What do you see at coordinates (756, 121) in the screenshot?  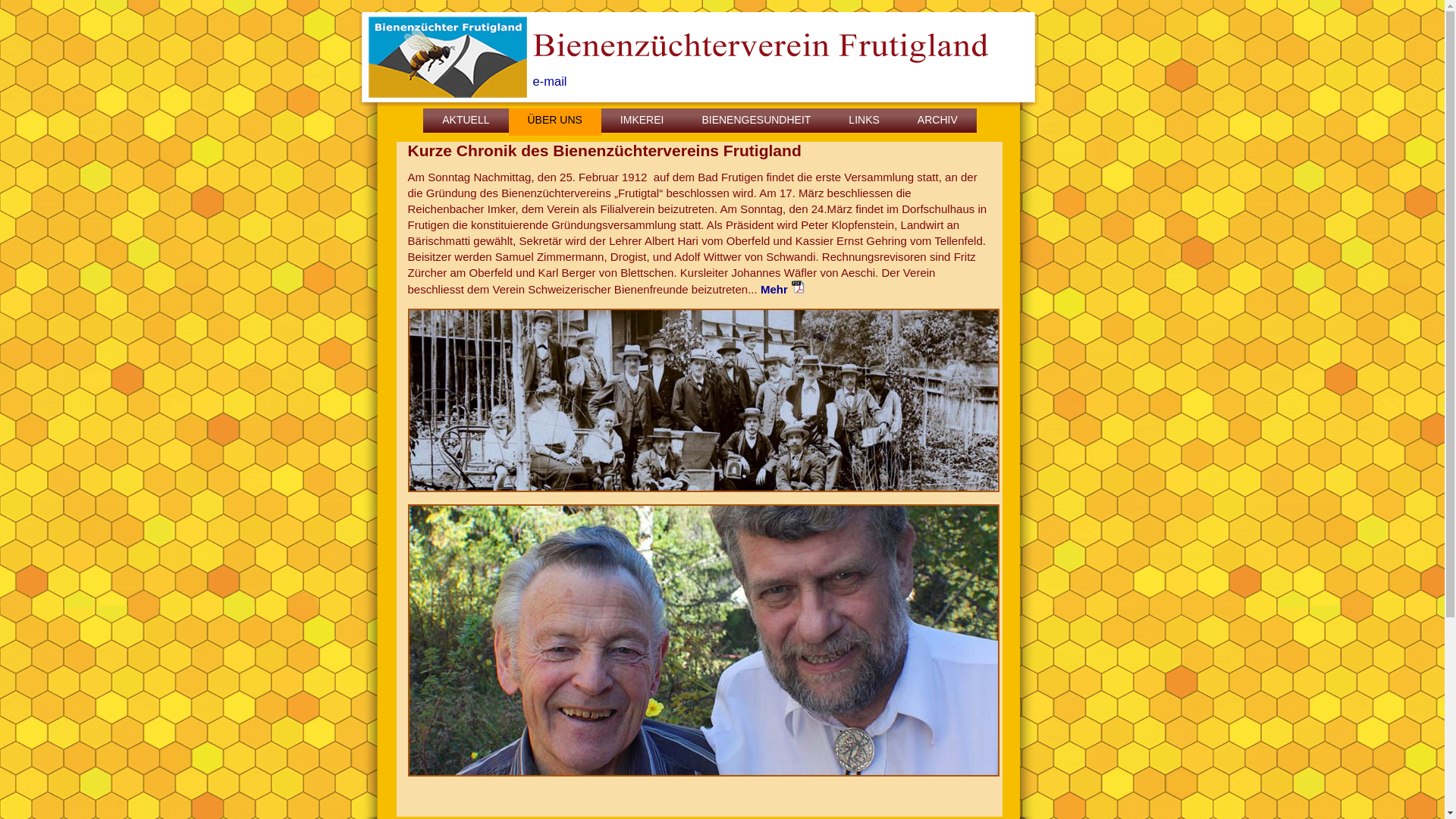 I see `'BIENENGESUNDHEIT'` at bounding box center [756, 121].